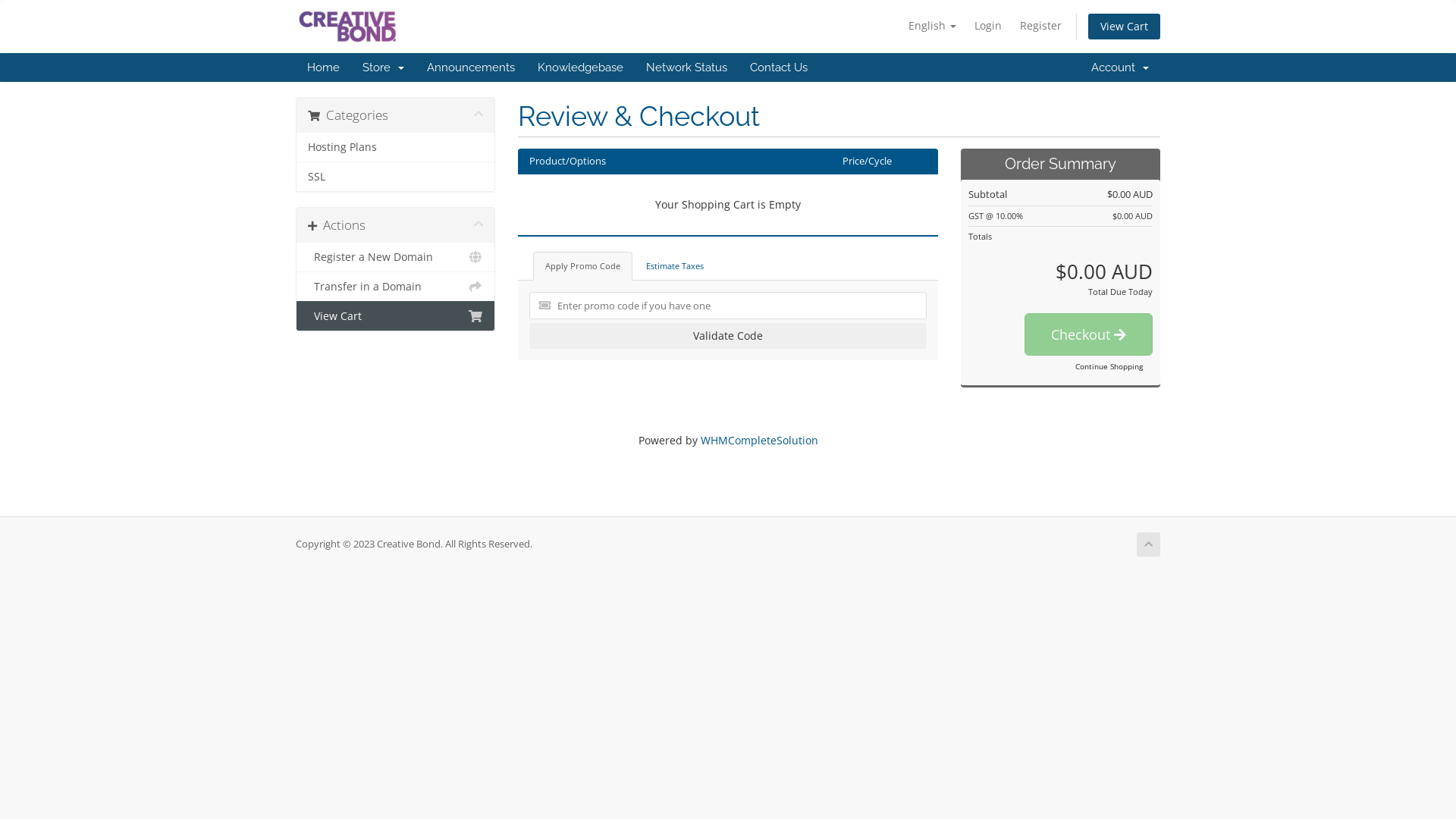  I want to click on 'English', so click(901, 26).